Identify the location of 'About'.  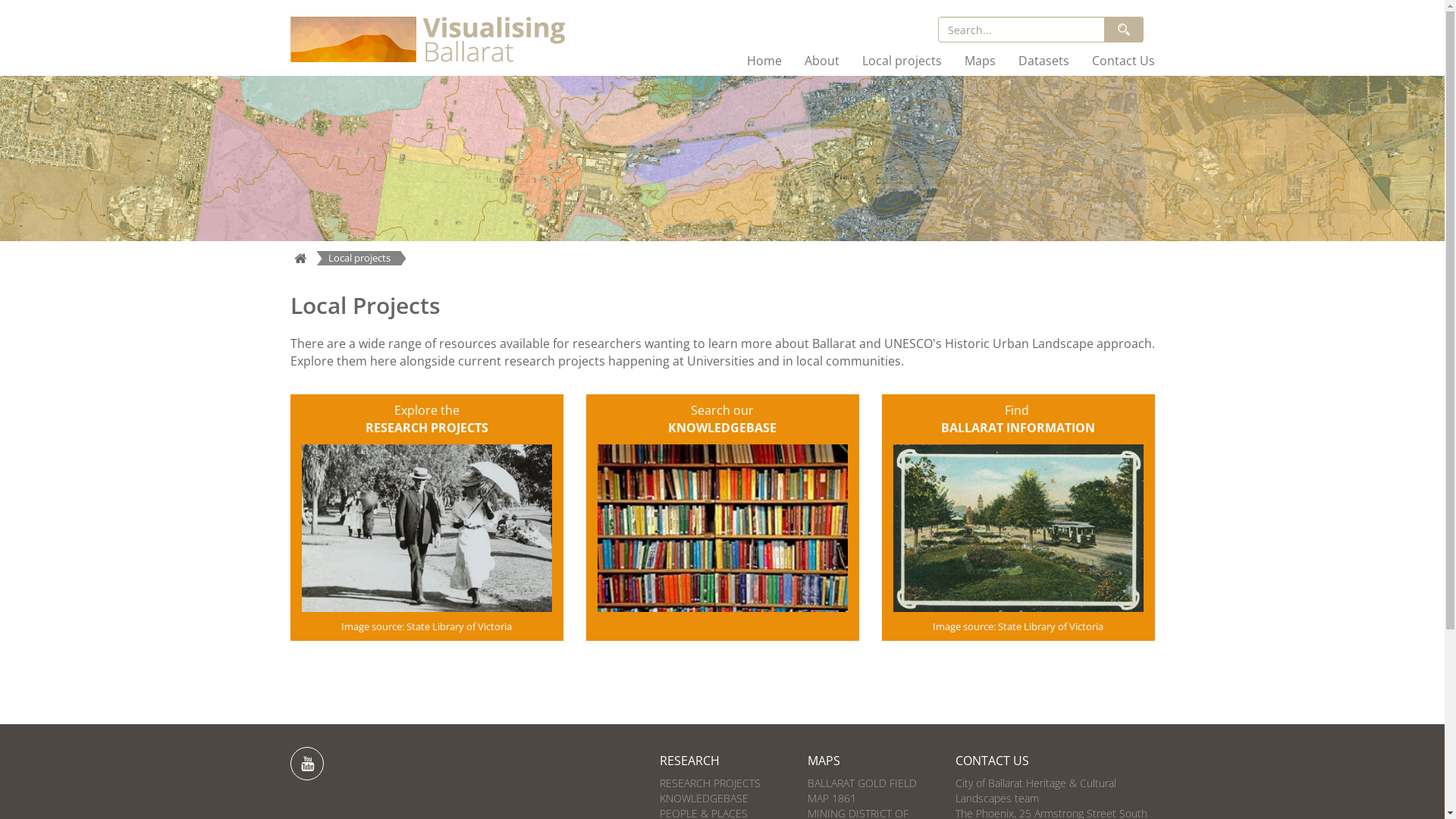
(792, 60).